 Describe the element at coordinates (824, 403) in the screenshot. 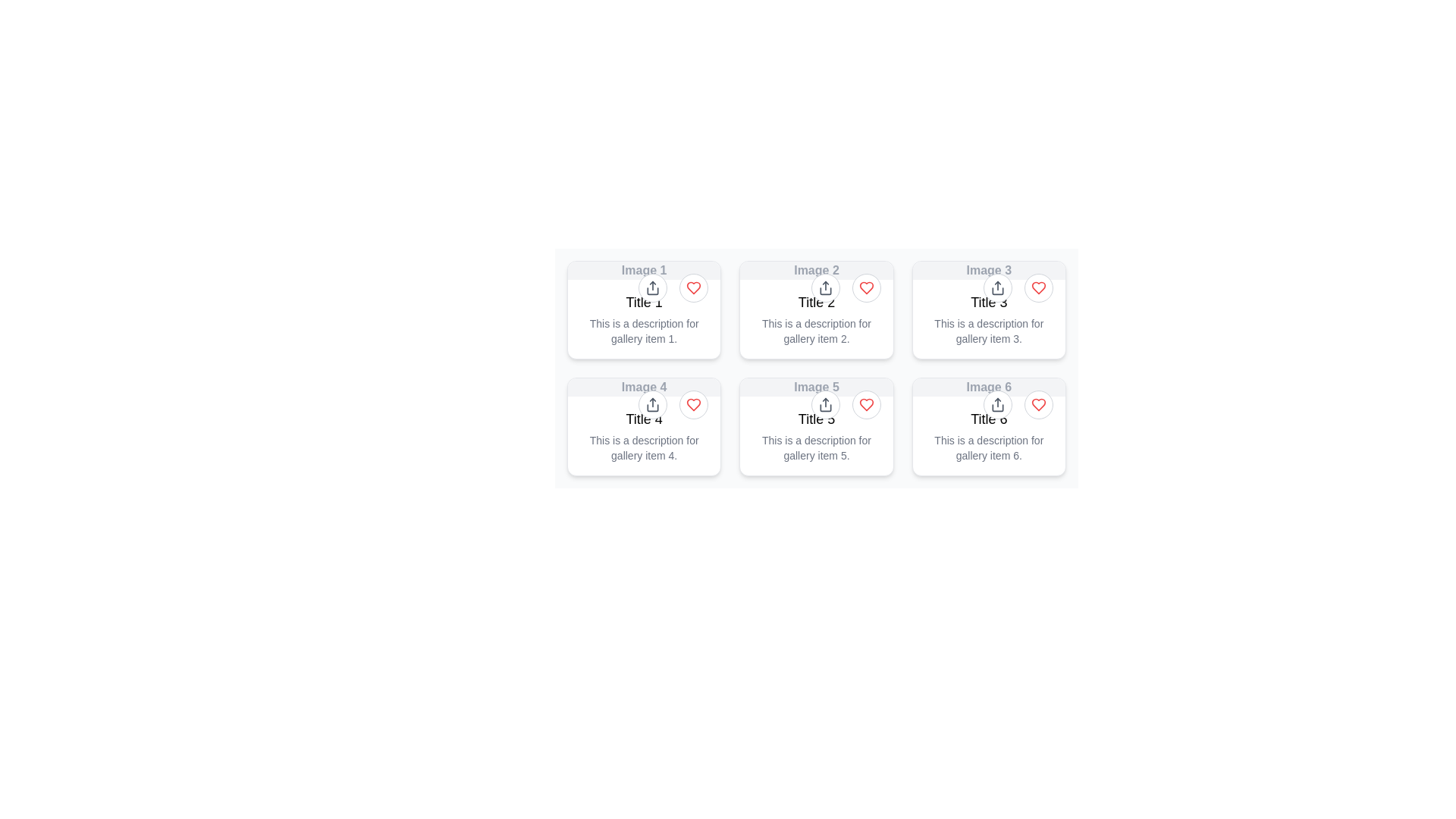

I see `the circular share button with a white background and upward arrow icon located in the top-right corner of the card labeled 'Image 5'` at that location.